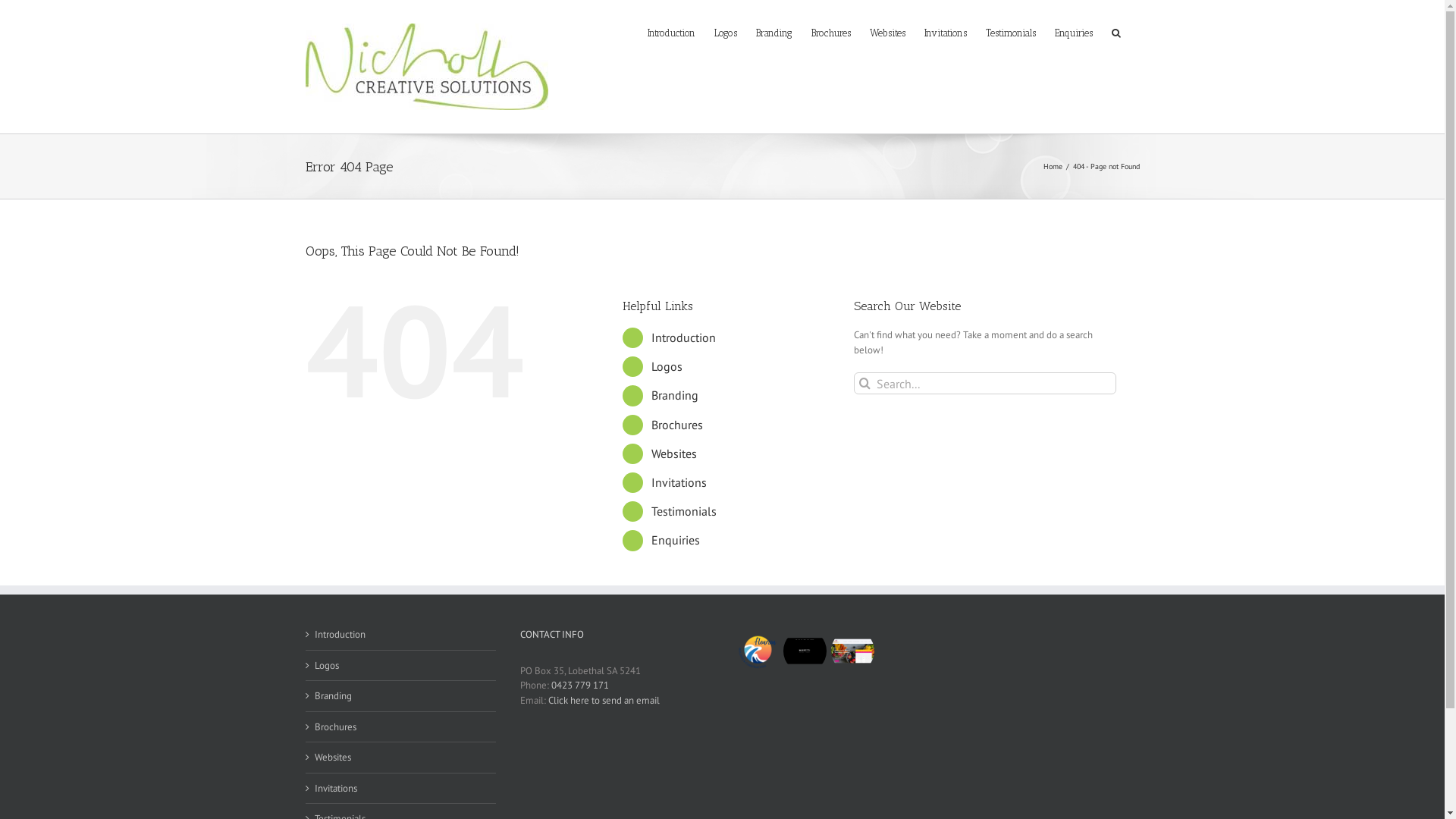 Image resolution: width=1456 pixels, height=819 pixels. Describe the element at coordinates (1116, 32) in the screenshot. I see `'Search'` at that location.